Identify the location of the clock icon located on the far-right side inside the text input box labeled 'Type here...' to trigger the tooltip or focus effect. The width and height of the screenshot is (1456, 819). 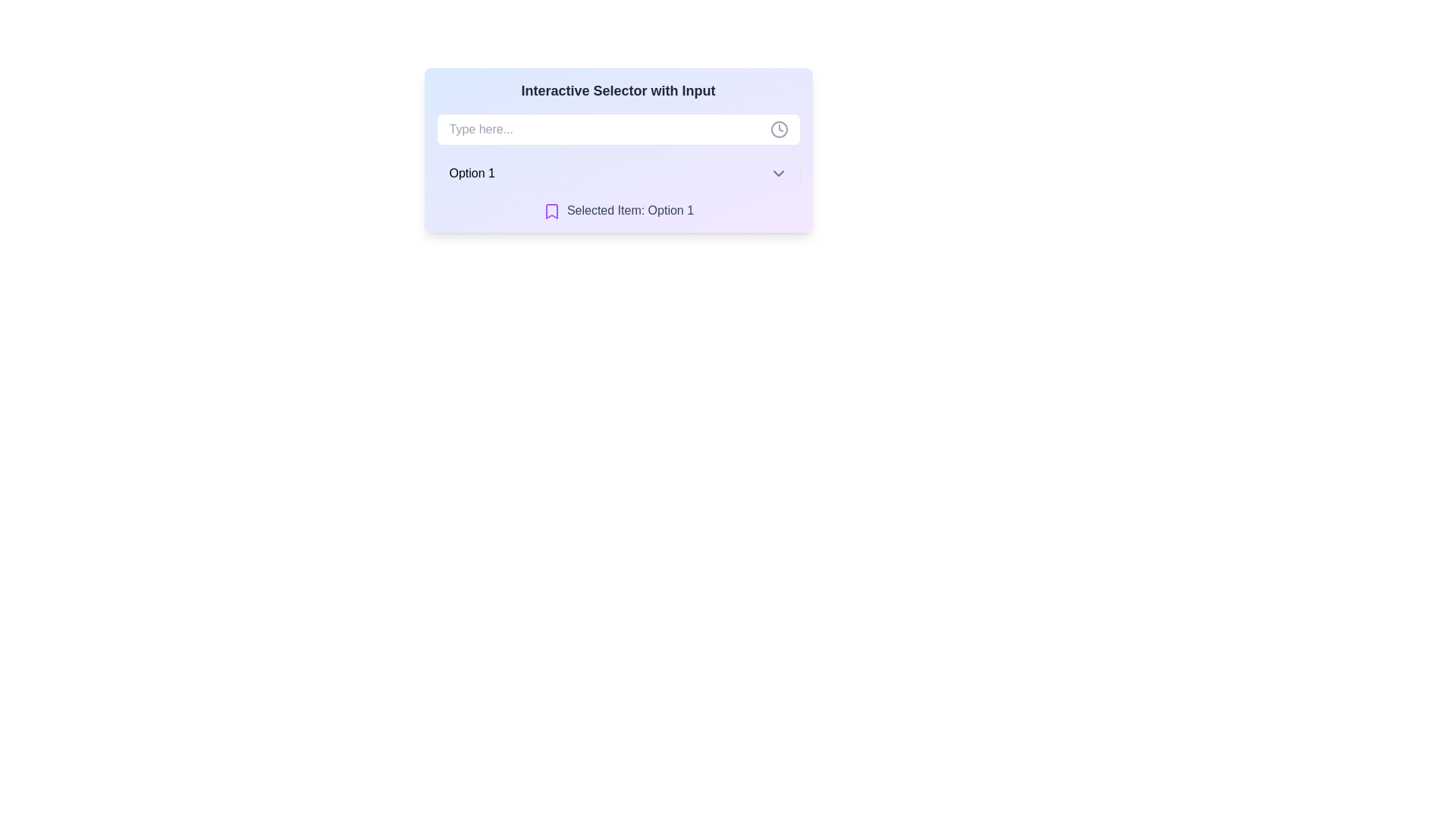
(779, 128).